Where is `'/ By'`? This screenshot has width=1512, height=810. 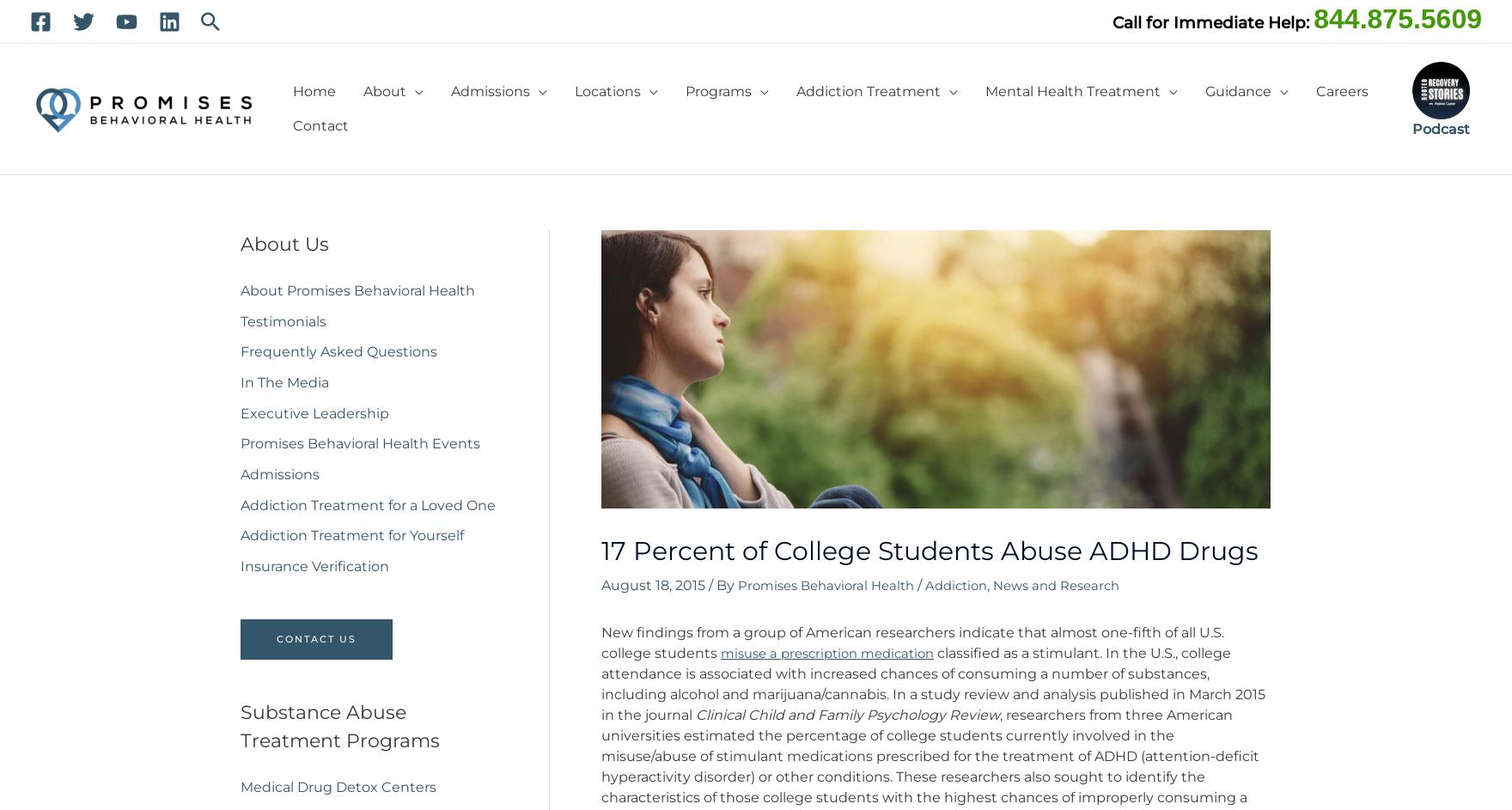 '/ By' is located at coordinates (722, 585).